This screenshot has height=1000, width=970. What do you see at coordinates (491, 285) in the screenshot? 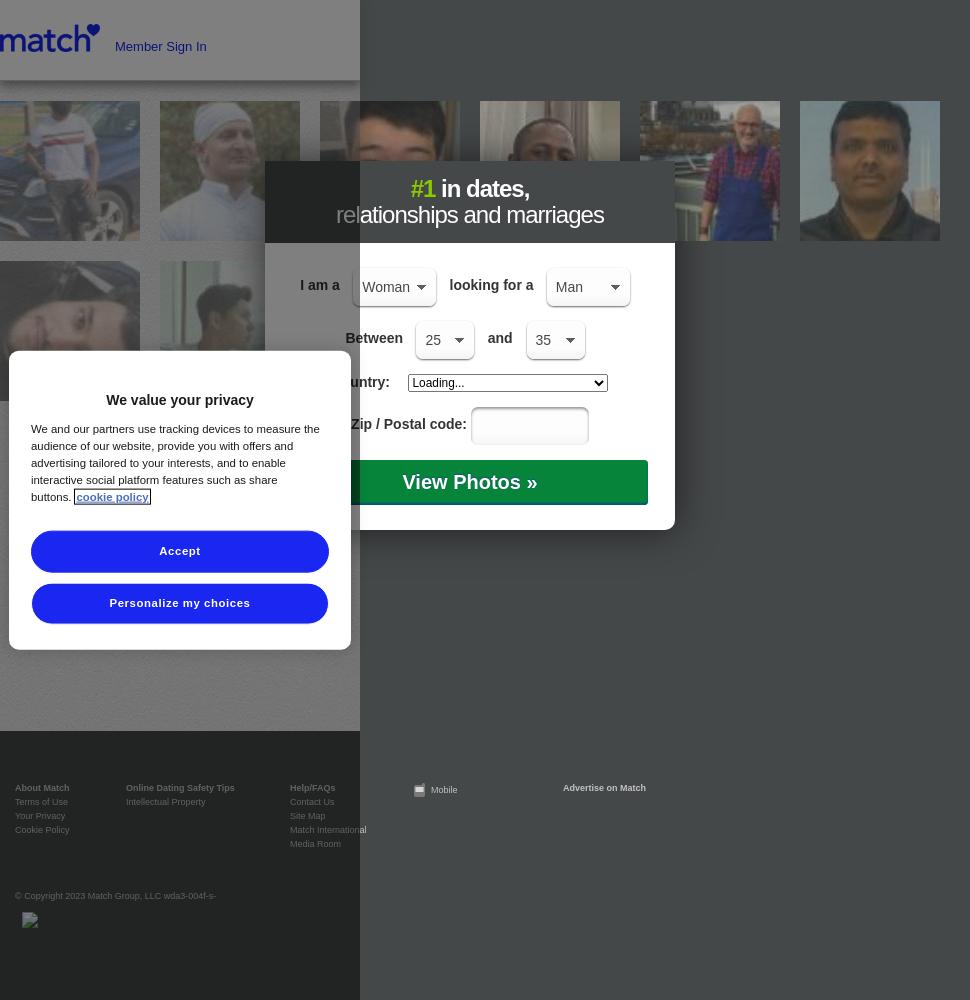
I see `'looking for a'` at bounding box center [491, 285].